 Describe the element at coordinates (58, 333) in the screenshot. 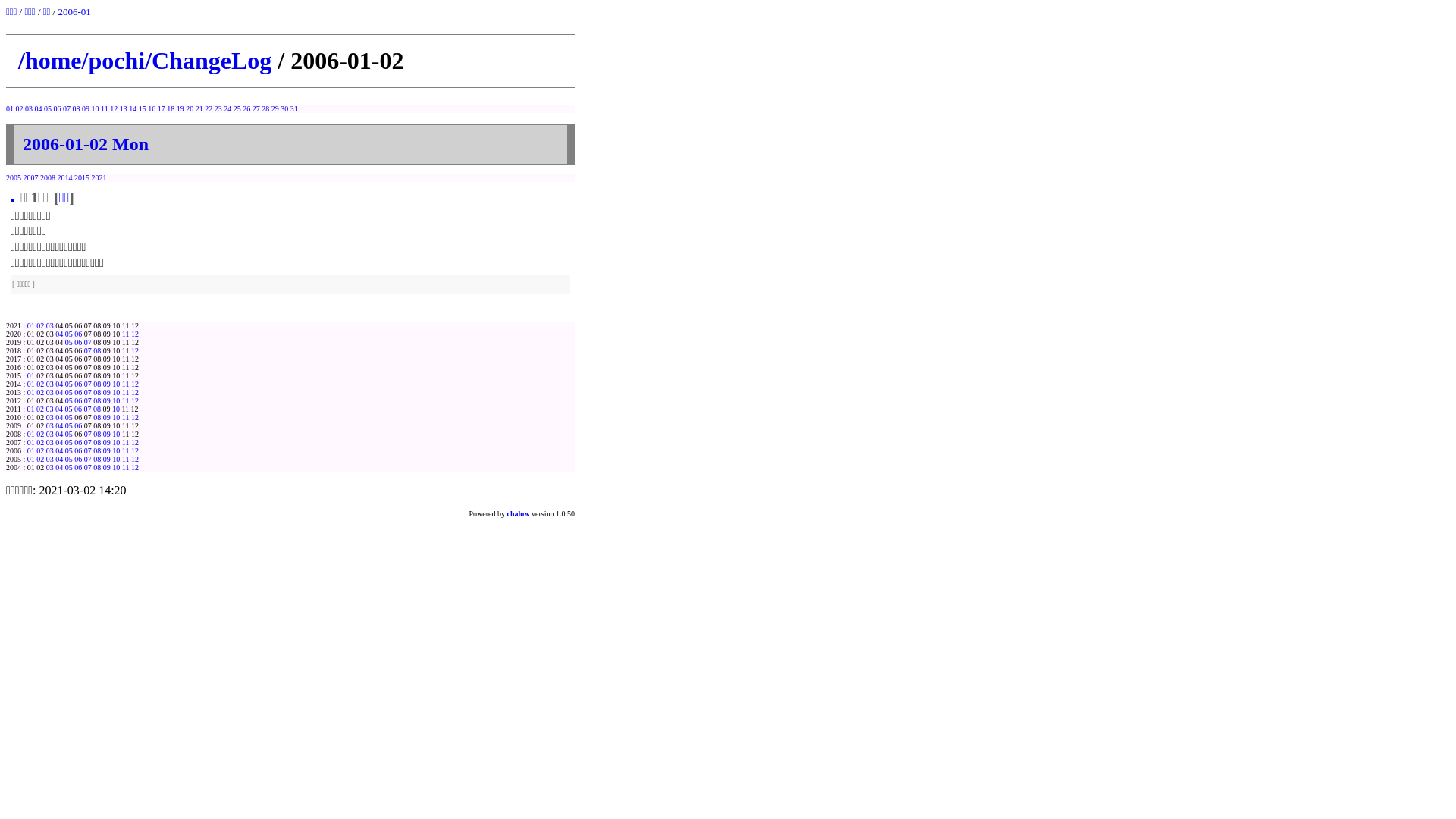

I see `'04'` at that location.